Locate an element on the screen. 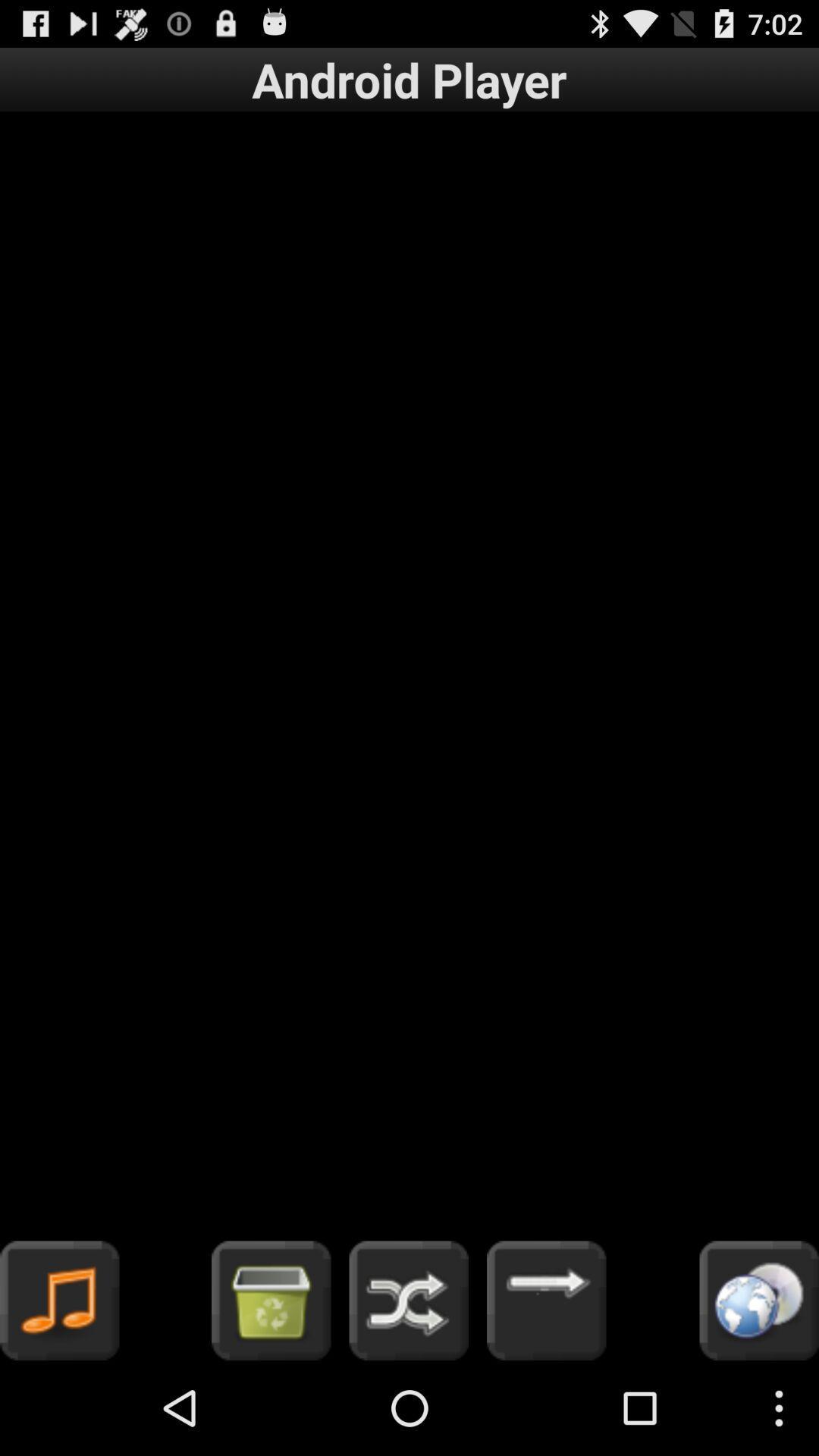 This screenshot has height=1456, width=819. the music icon is located at coordinates (58, 1392).